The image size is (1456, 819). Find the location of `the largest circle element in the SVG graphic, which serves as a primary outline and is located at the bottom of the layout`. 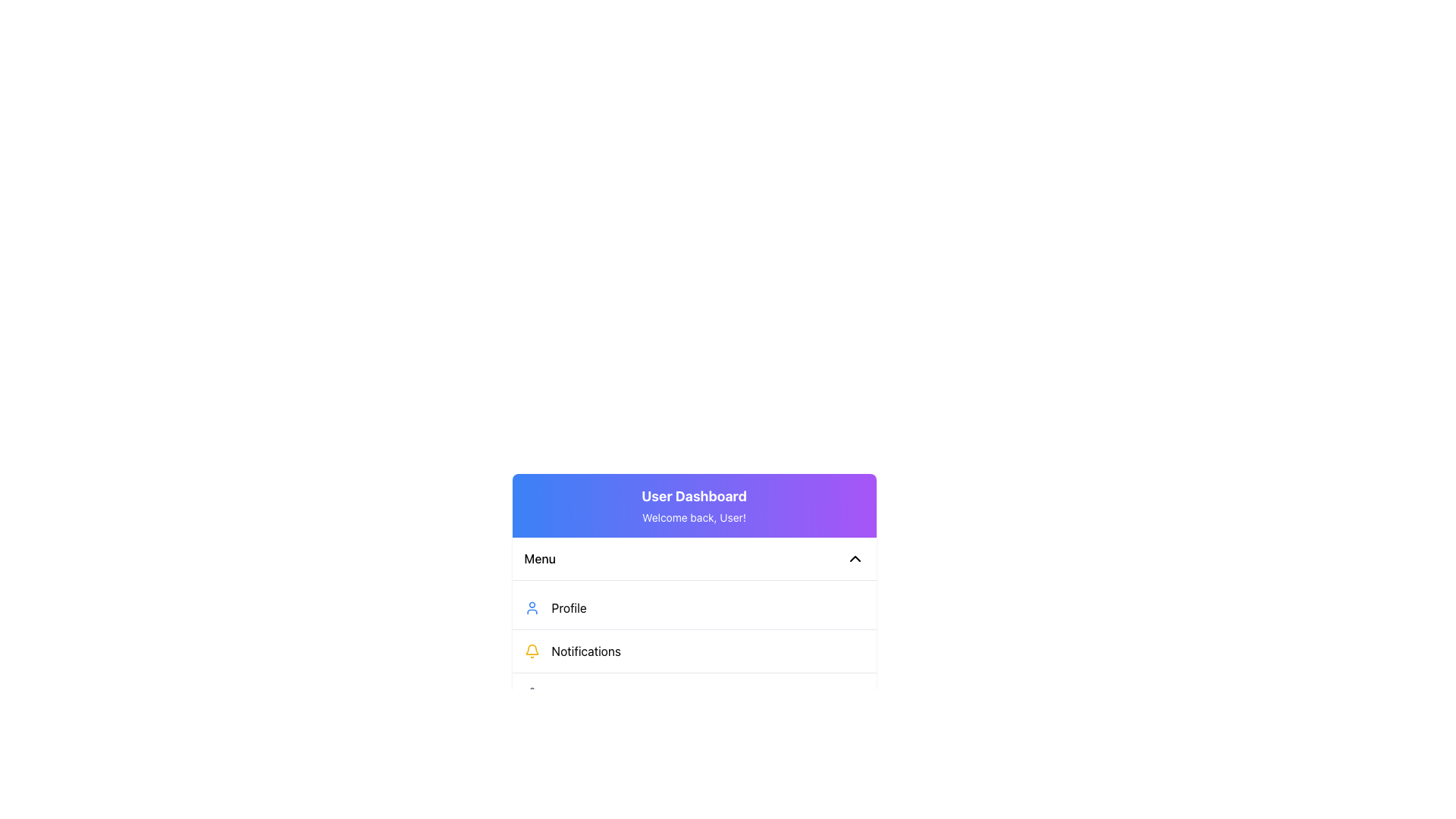

the largest circle element in the SVG graphic, which serves as a primary outline and is located at the bottom of the layout is located at coordinates (549, 736).